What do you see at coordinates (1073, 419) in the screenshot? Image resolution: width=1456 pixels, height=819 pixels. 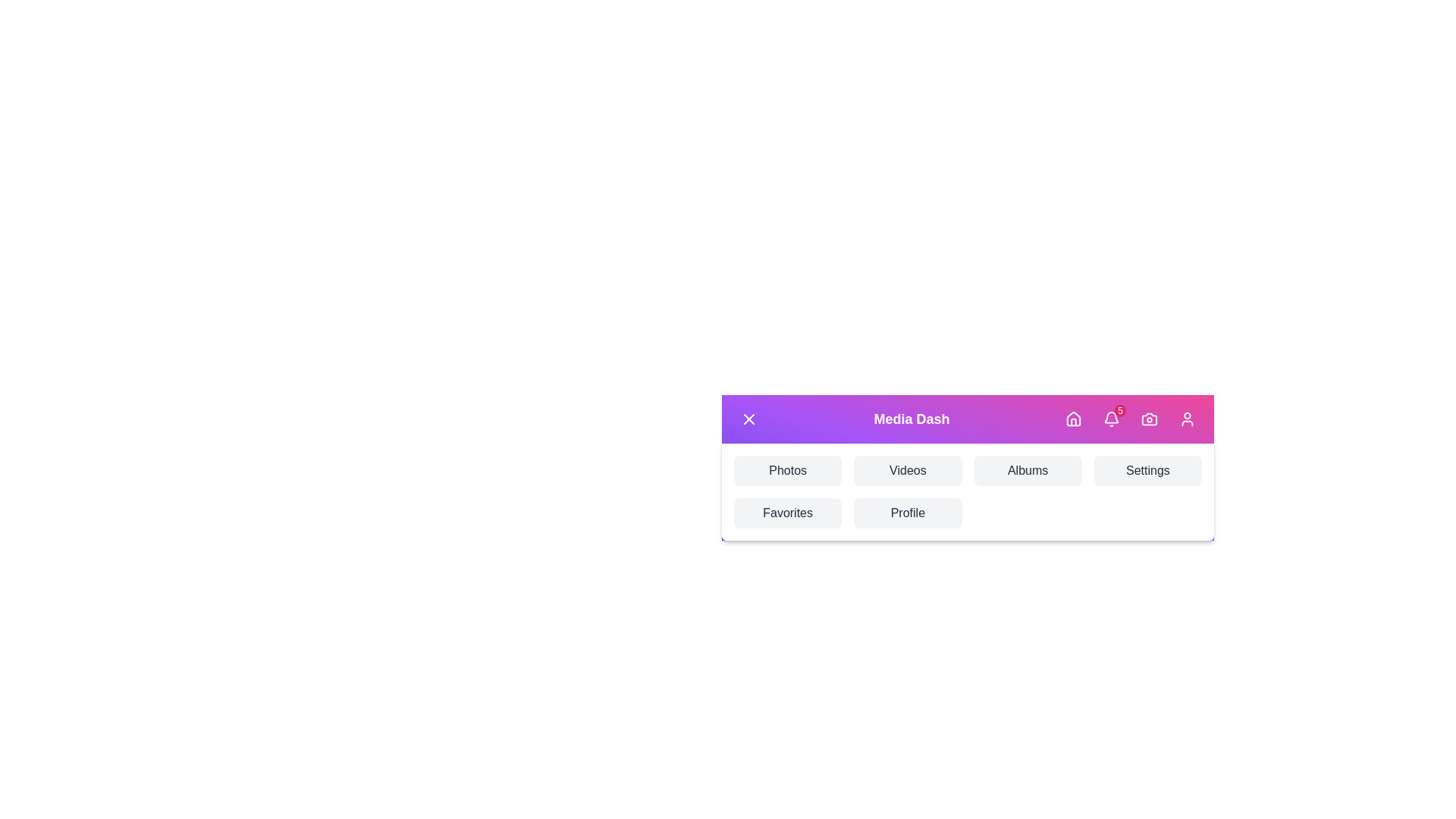 I see `the Home icon in the VibrantMediaAppBar` at bounding box center [1073, 419].